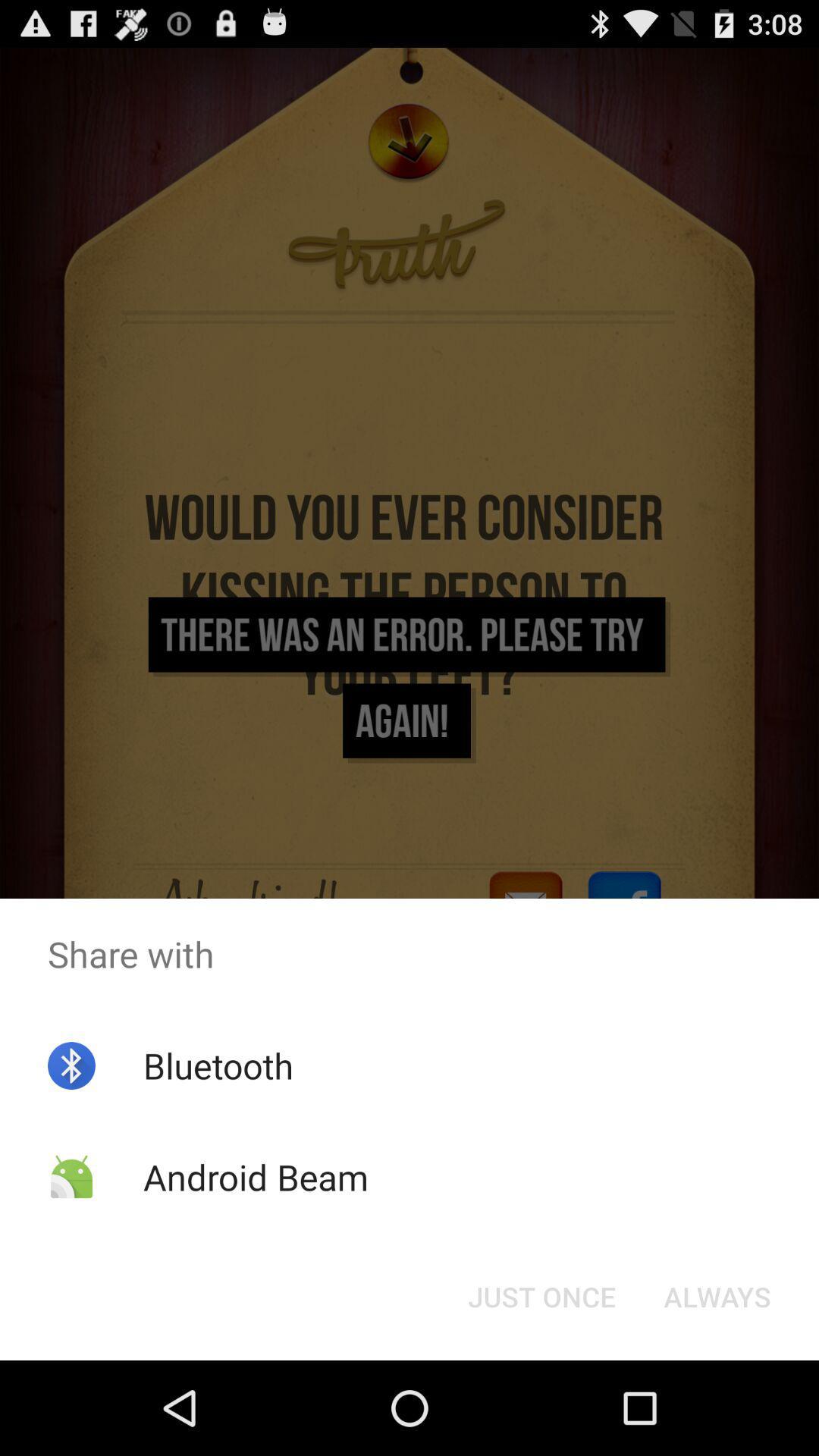  I want to click on item below share with, so click(218, 1065).